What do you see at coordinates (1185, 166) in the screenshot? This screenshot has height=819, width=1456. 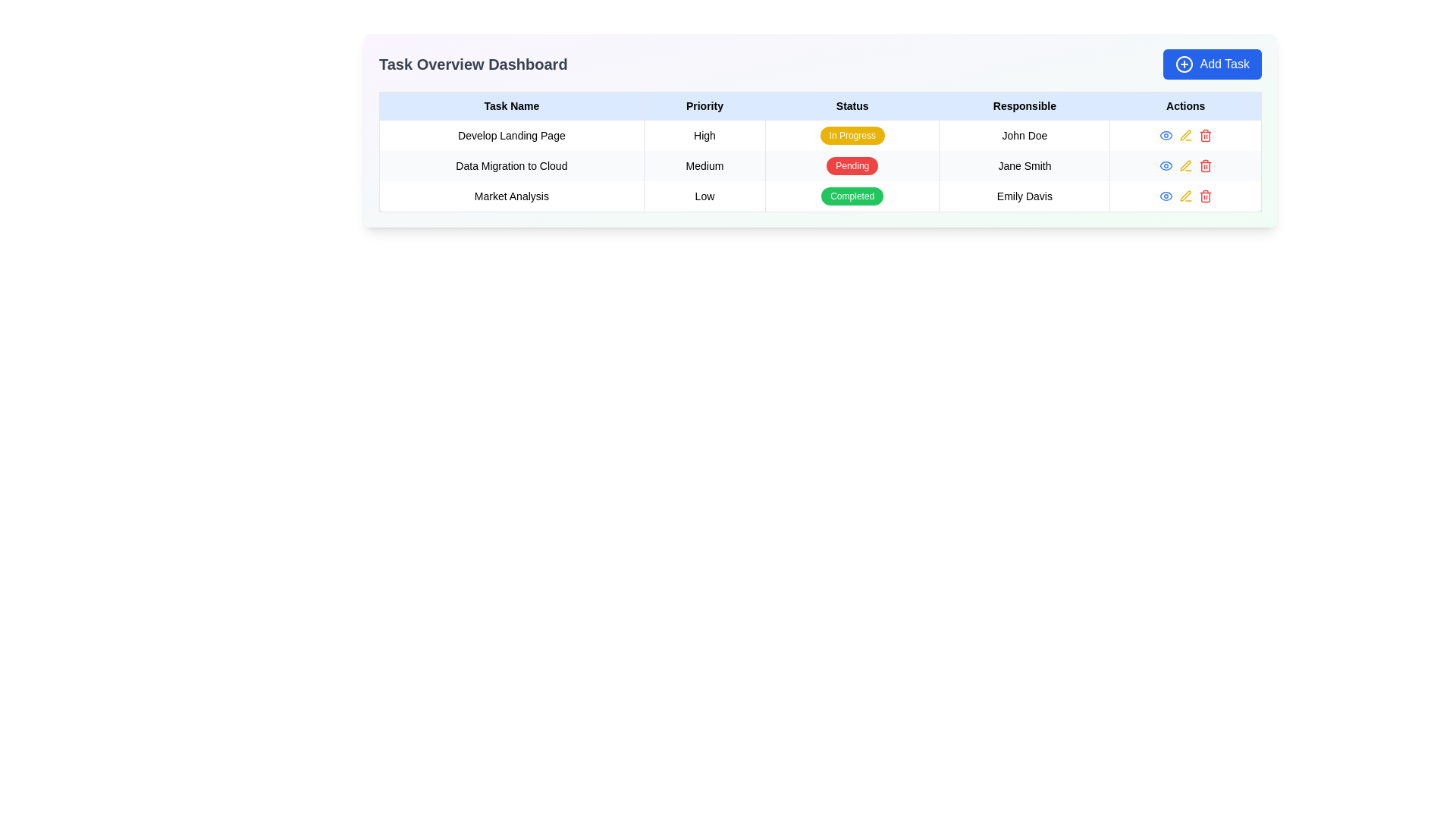 I see `the red trash can icon button in the second row of the table` at bounding box center [1185, 166].